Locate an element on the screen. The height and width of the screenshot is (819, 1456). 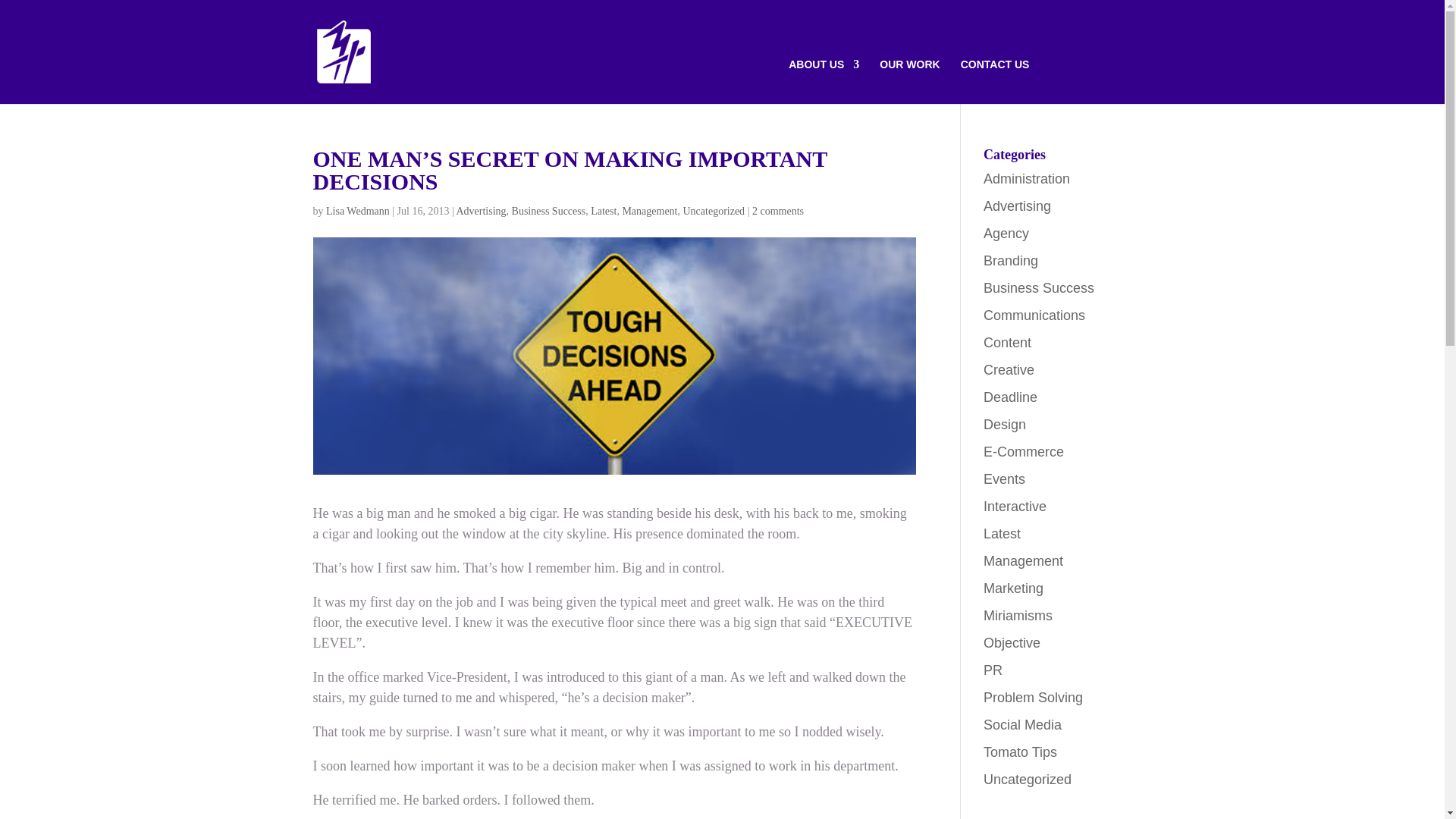
'Objective' is located at coordinates (983, 643).